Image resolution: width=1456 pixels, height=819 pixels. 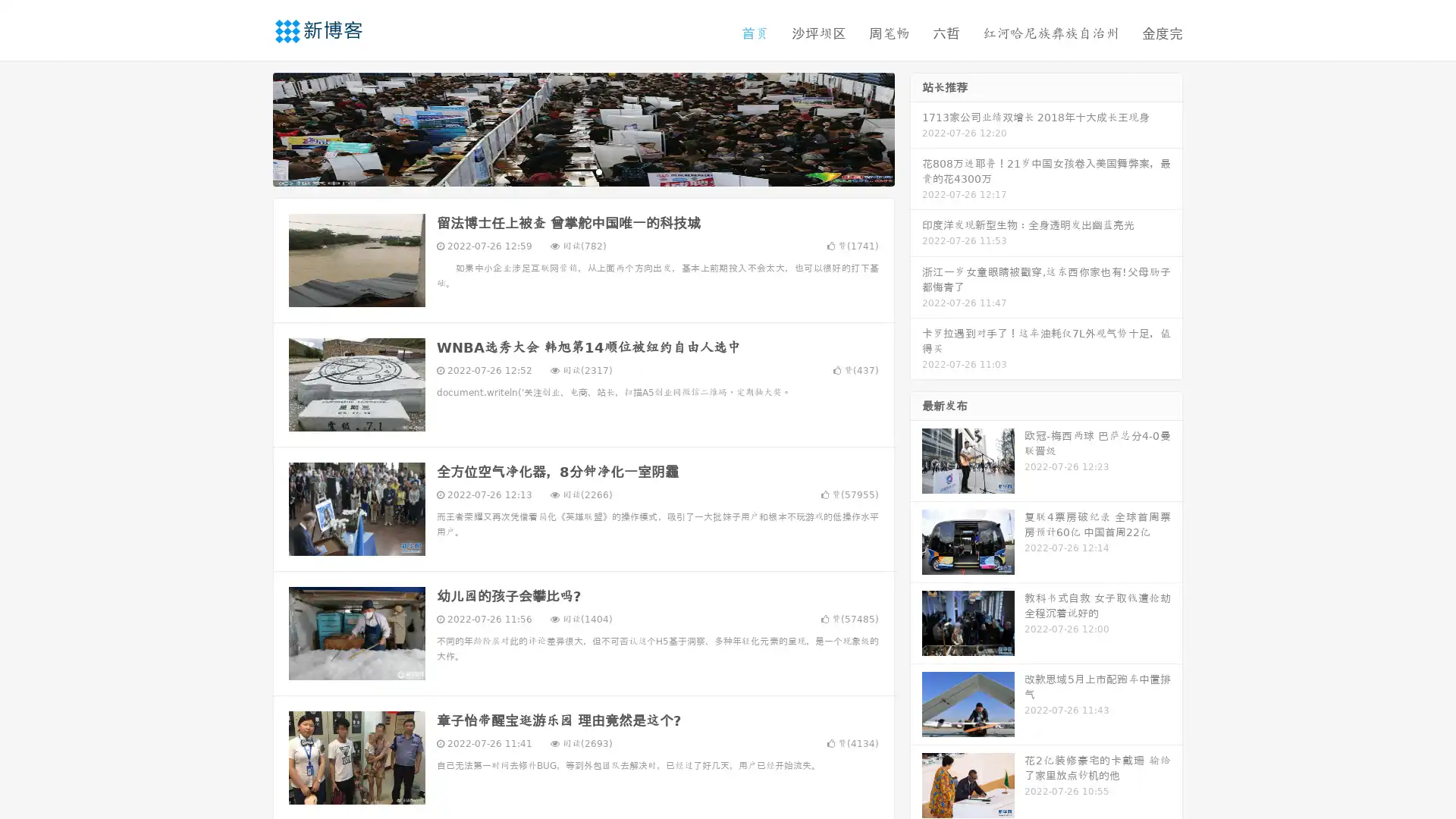 I want to click on Go to slide 2, so click(x=582, y=171).